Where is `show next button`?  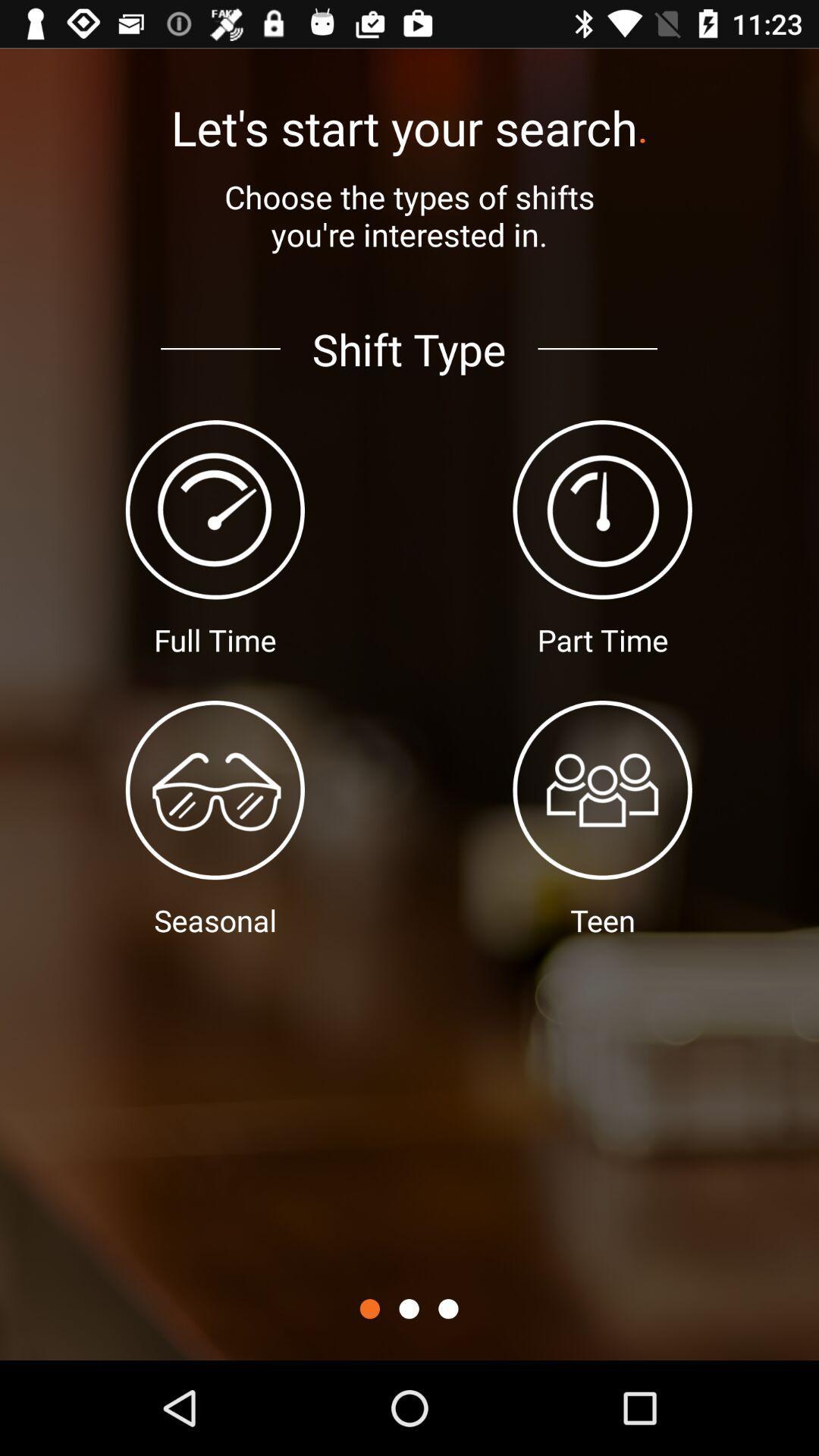 show next button is located at coordinates (447, 1308).